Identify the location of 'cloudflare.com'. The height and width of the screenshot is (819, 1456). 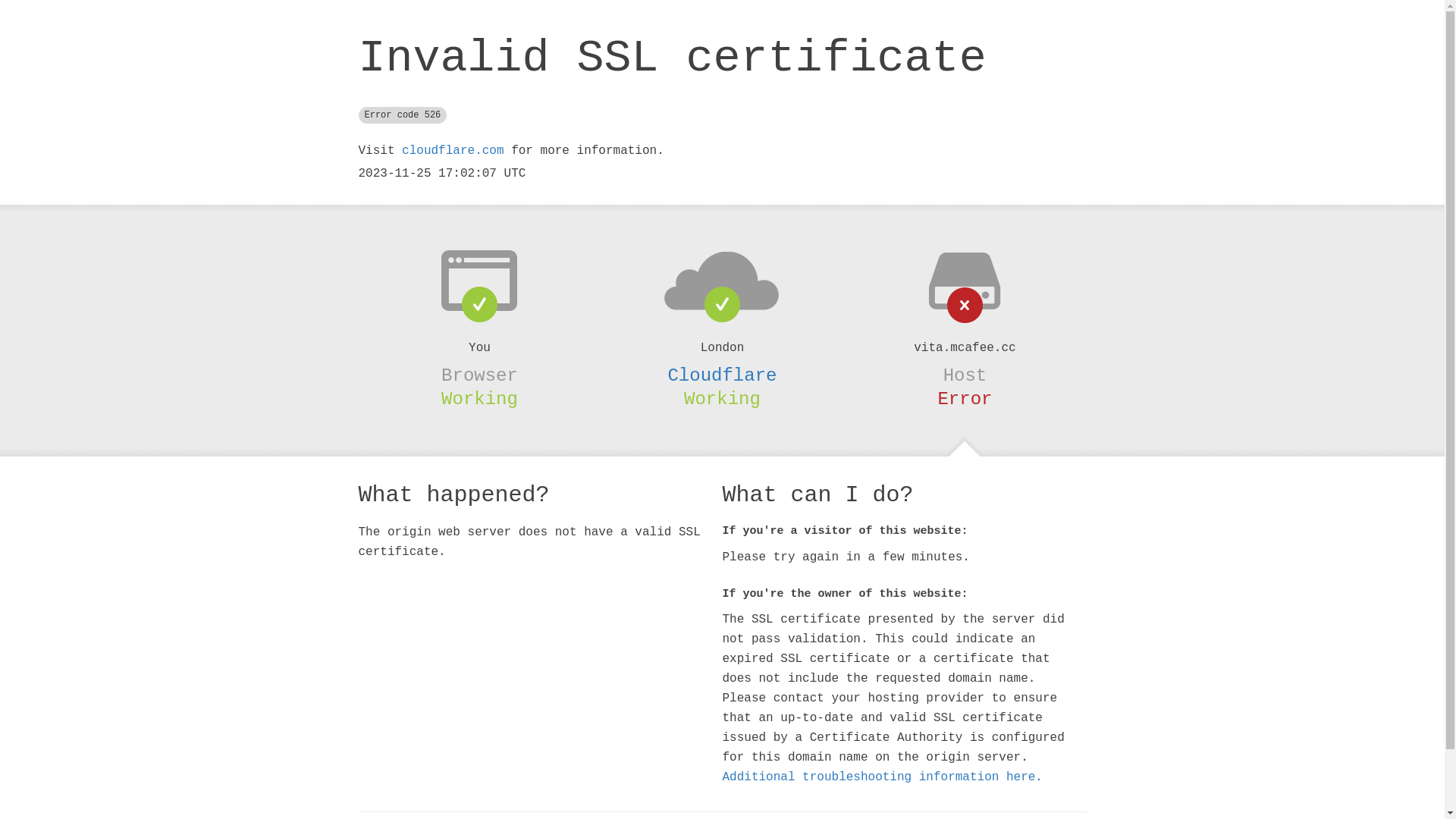
(451, 151).